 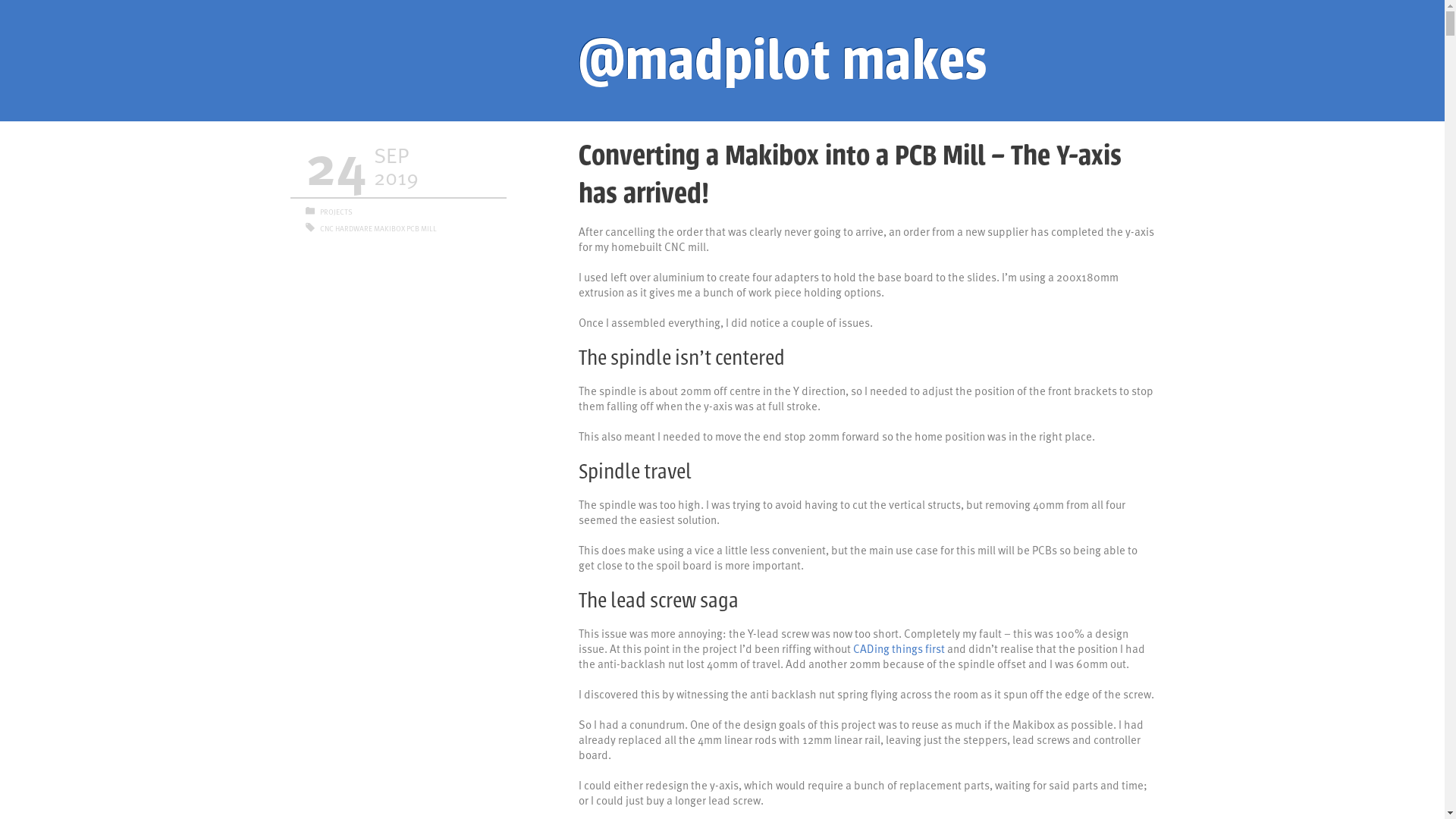 What do you see at coordinates (934, 648) in the screenshot?
I see `'first'` at bounding box center [934, 648].